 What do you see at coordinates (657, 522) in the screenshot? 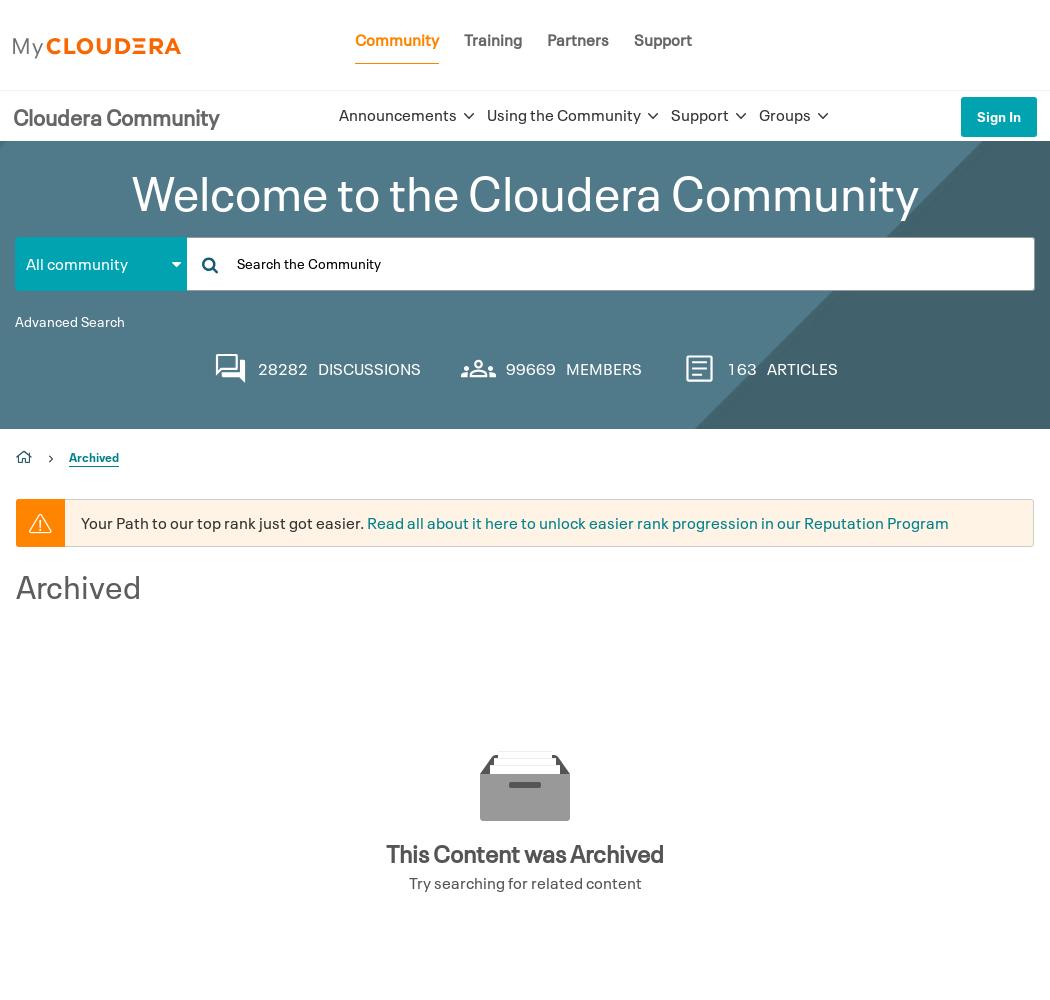
I see `'Read all about it here to unlock easier rank progression in our Reputation Program'` at bounding box center [657, 522].